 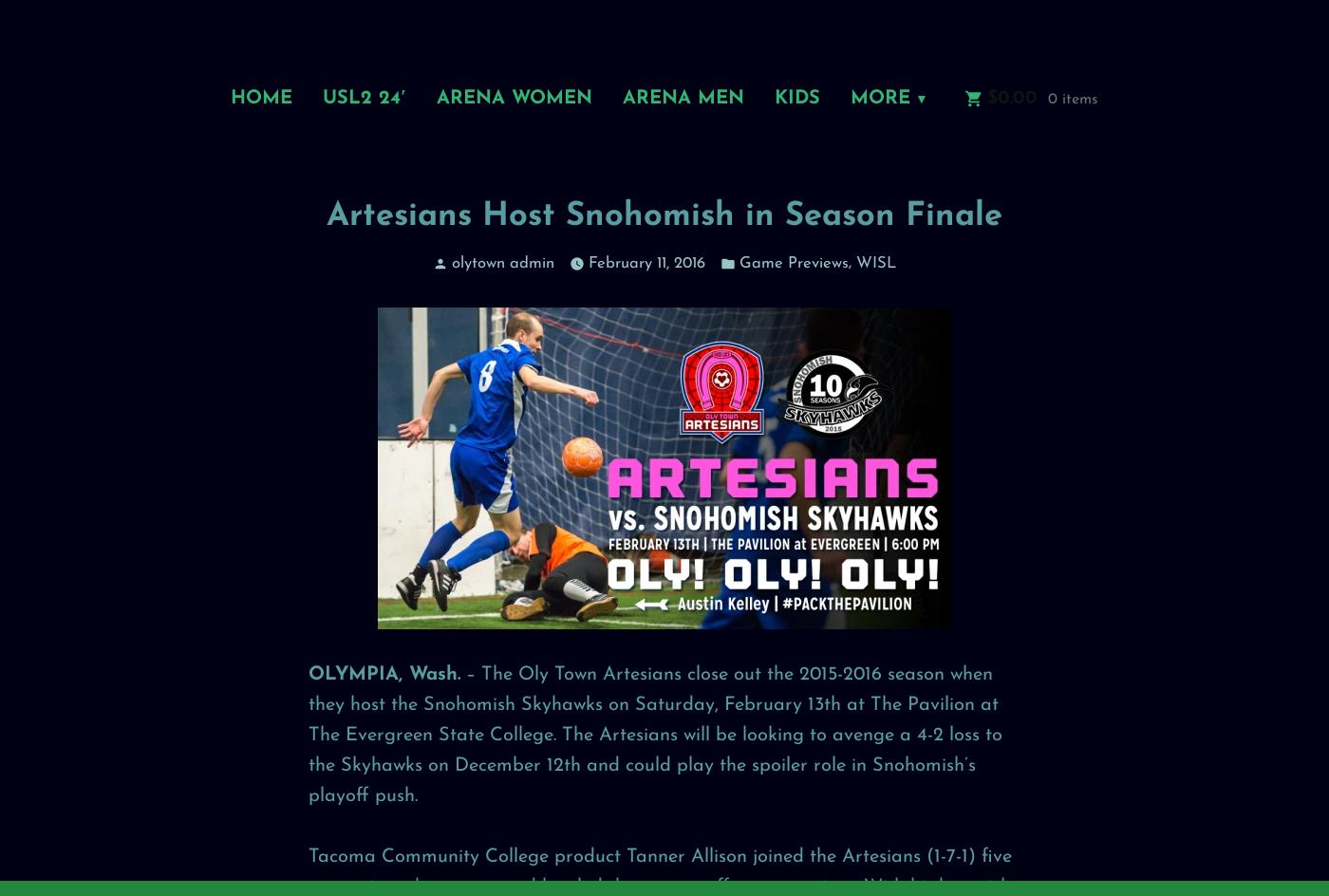 I want to click on 'olytown admin', so click(x=503, y=262).